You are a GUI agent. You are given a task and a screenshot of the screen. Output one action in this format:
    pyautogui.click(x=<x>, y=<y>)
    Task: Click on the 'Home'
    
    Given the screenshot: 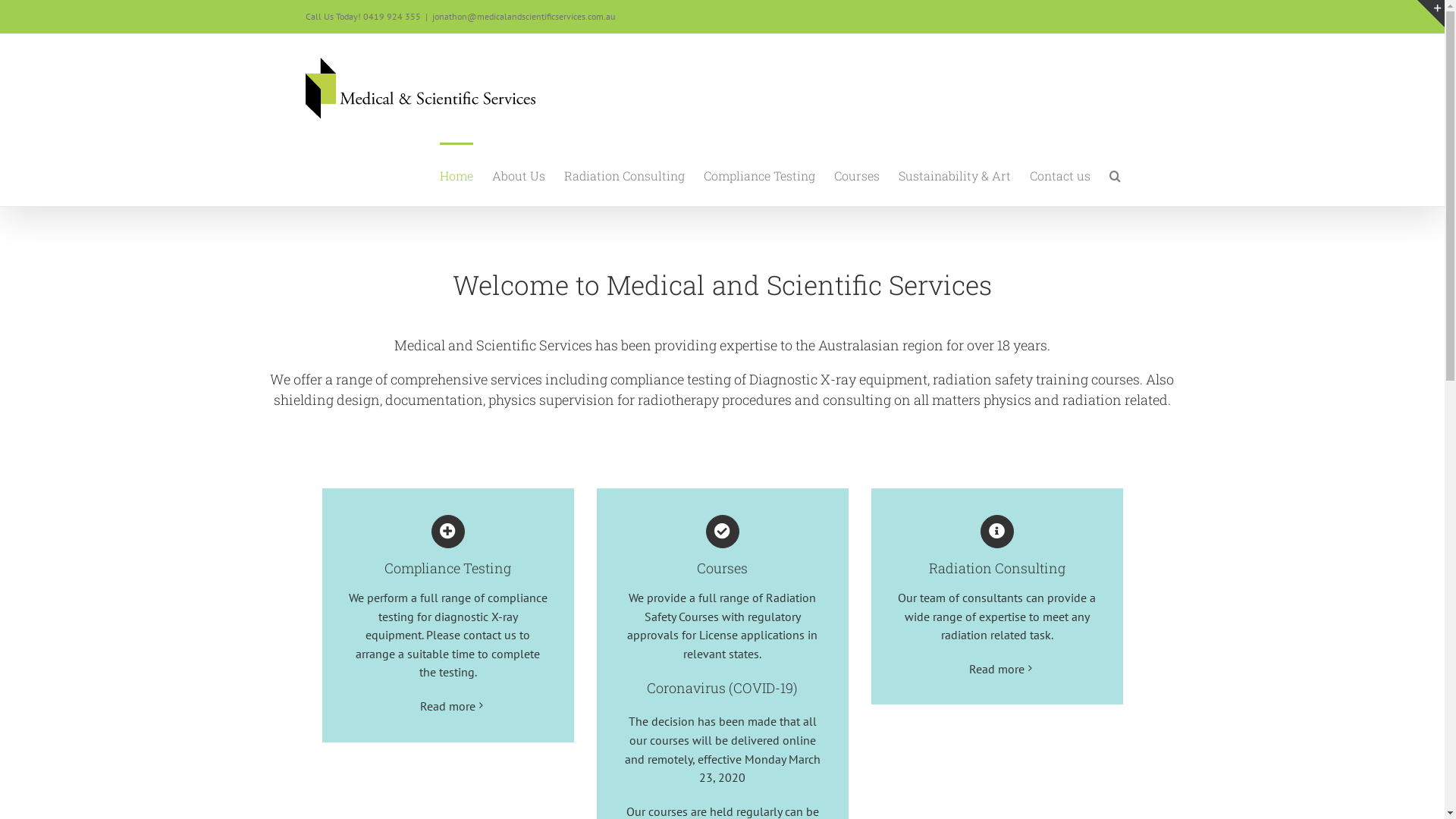 What is the action you would take?
    pyautogui.click(x=455, y=174)
    